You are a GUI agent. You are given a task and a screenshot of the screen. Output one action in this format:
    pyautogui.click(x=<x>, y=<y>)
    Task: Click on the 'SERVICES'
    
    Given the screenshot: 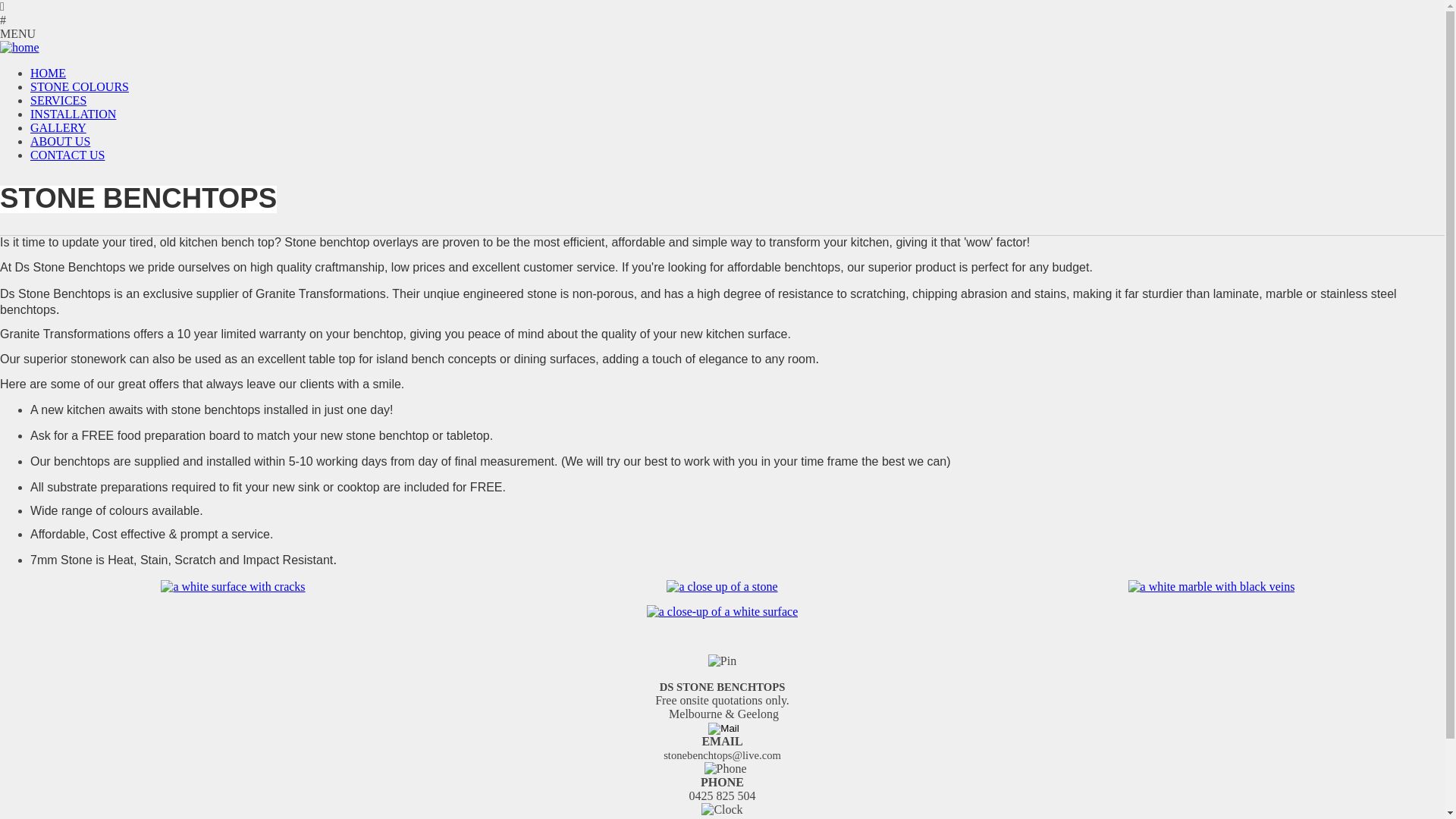 What is the action you would take?
    pyautogui.click(x=58, y=100)
    